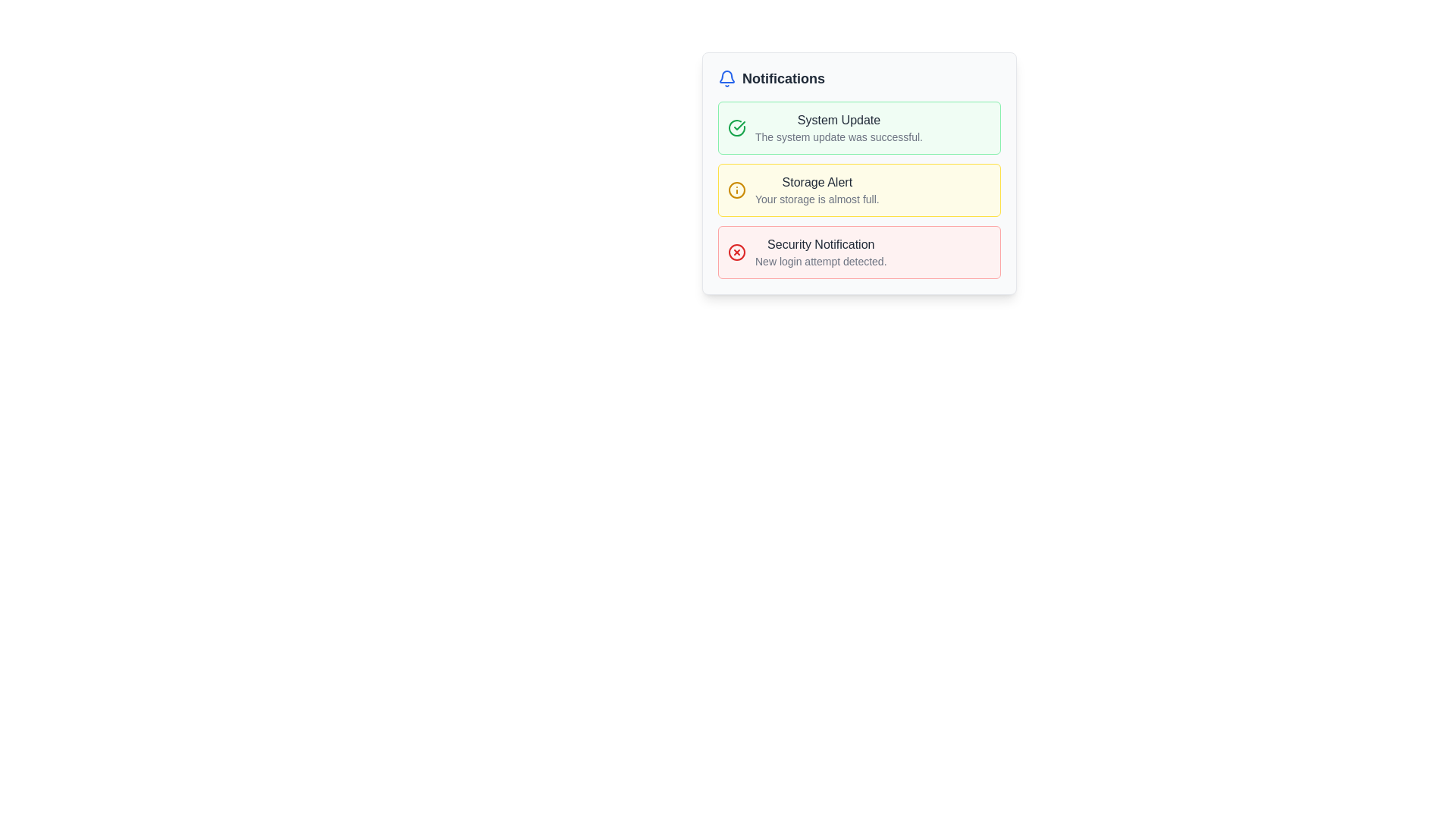  I want to click on the 'Storage Alert' text label which is a medium-sized dark gray header positioned in the middle notification section above the subtext 'Your storage is almost full.', so click(816, 181).